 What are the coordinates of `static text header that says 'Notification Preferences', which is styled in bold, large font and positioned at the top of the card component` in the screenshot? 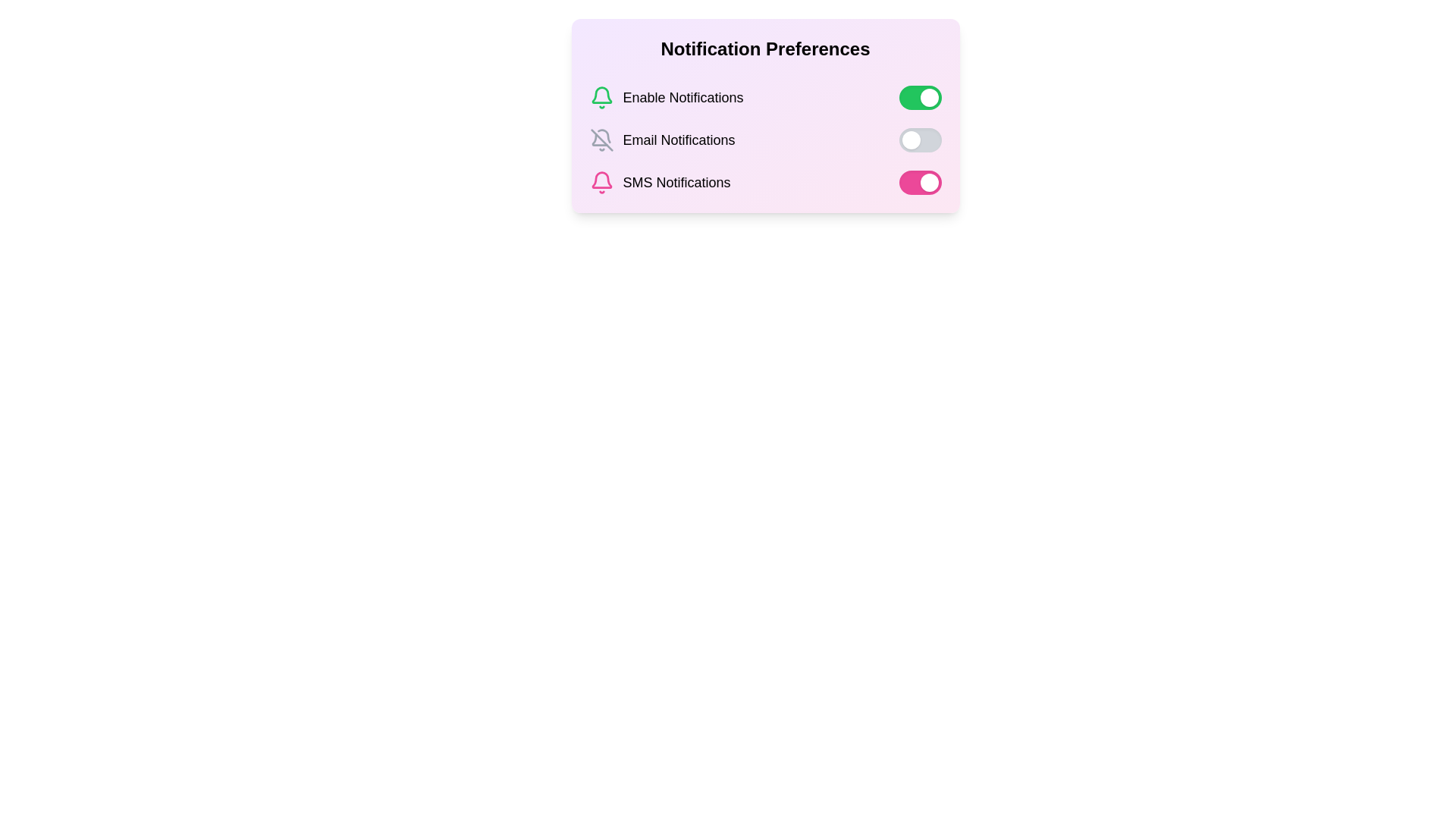 It's located at (765, 49).